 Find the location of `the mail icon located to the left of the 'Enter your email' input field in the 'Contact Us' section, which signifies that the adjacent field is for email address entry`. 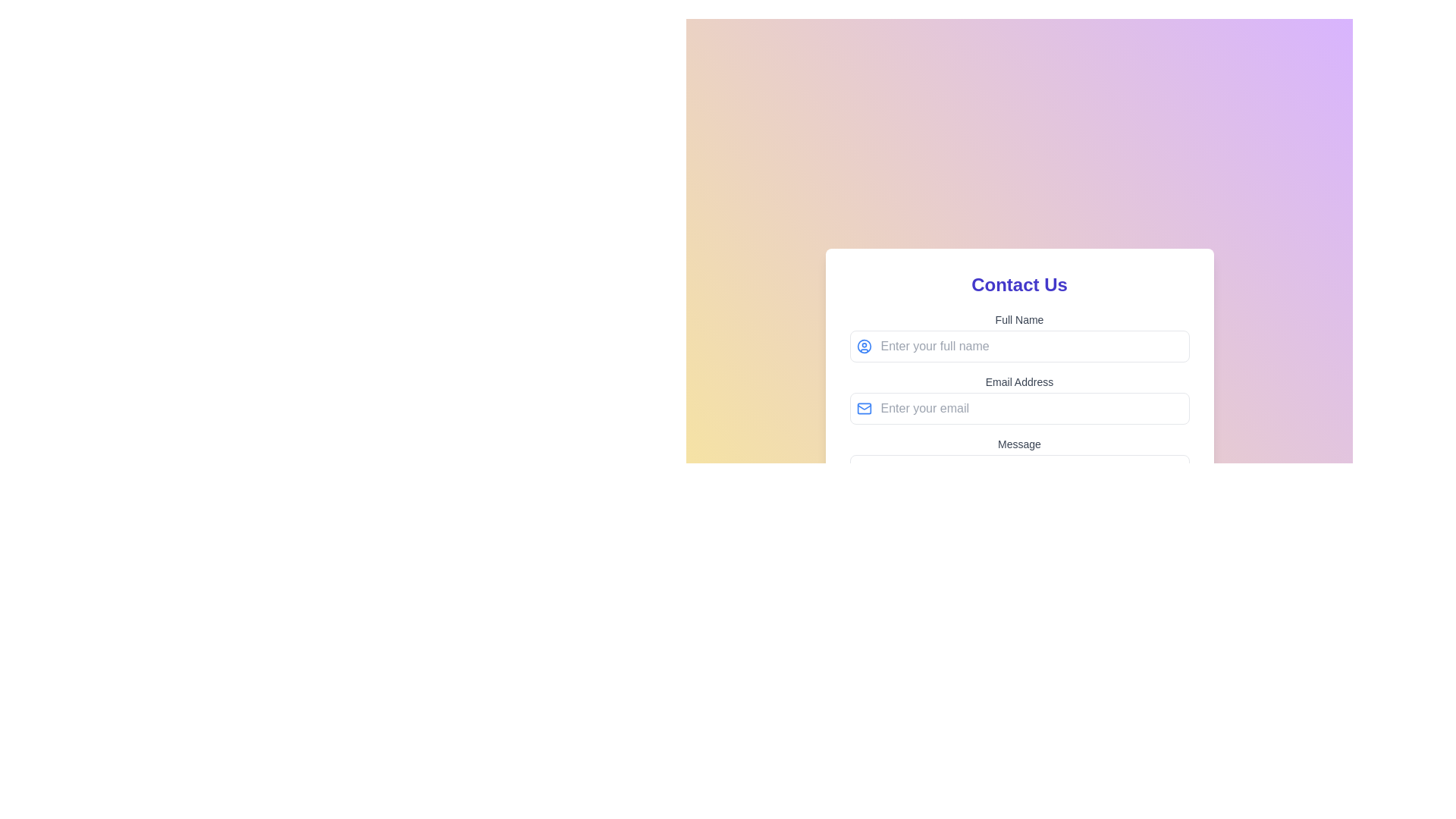

the mail icon located to the left of the 'Enter your email' input field in the 'Contact Us' section, which signifies that the adjacent field is for email address entry is located at coordinates (864, 408).